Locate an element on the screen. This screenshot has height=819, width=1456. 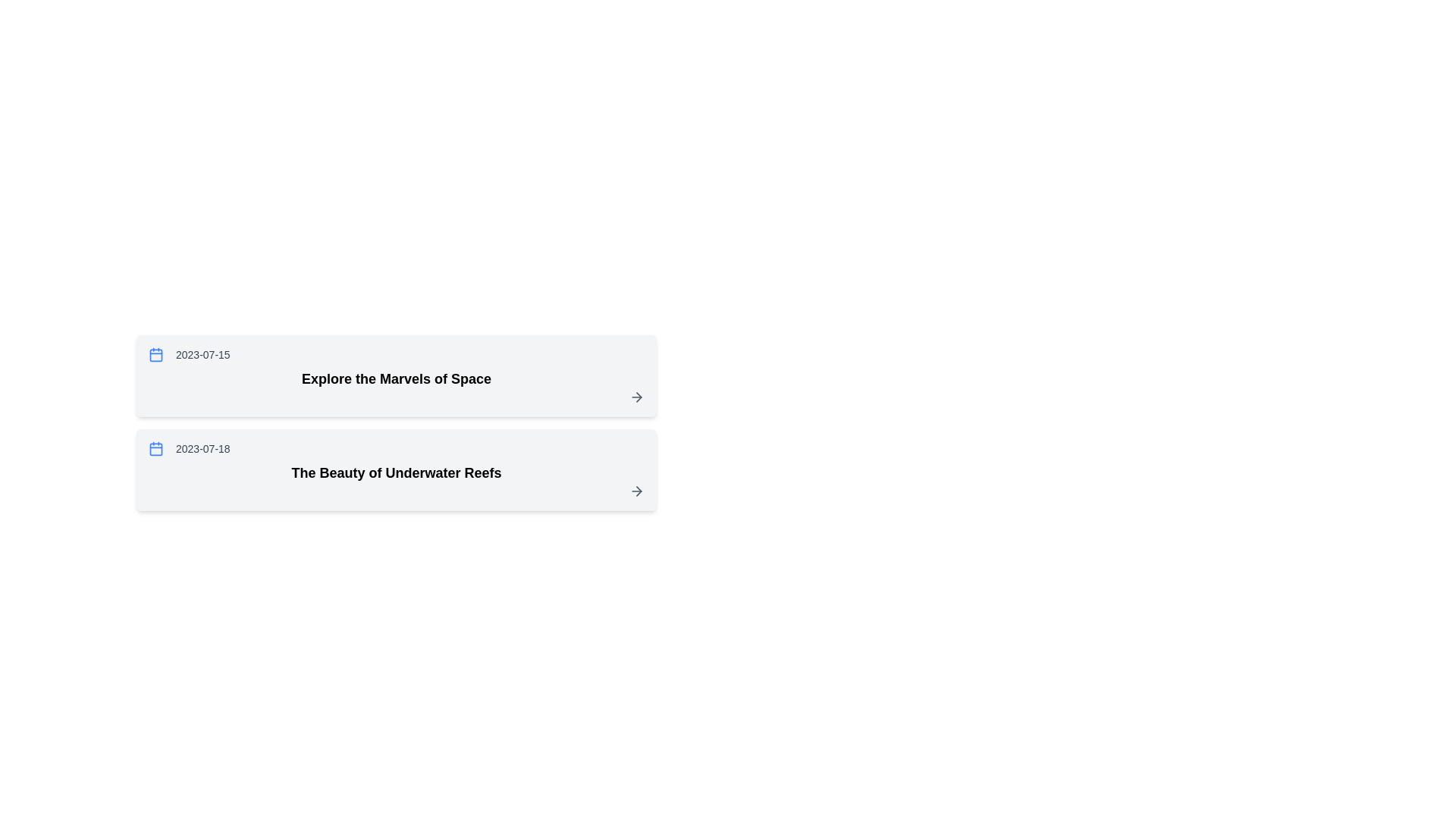
the small rightward-pointing arrow icon located in the second card, to the right of the title 'The Beauty of Underwater Reefs' is located at coordinates (639, 491).